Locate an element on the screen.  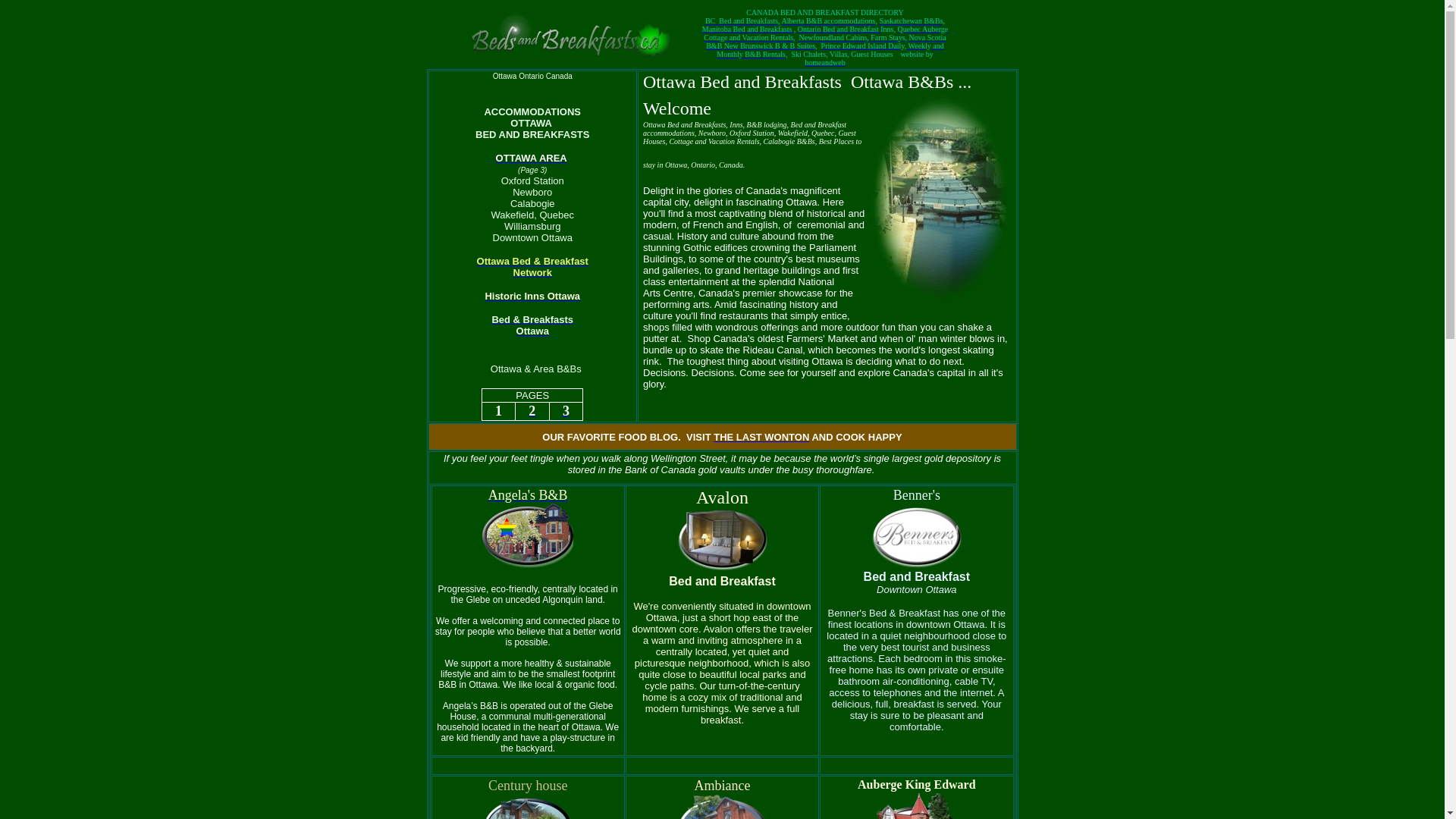
'Alberta B&B accommodations' is located at coordinates (828, 19).